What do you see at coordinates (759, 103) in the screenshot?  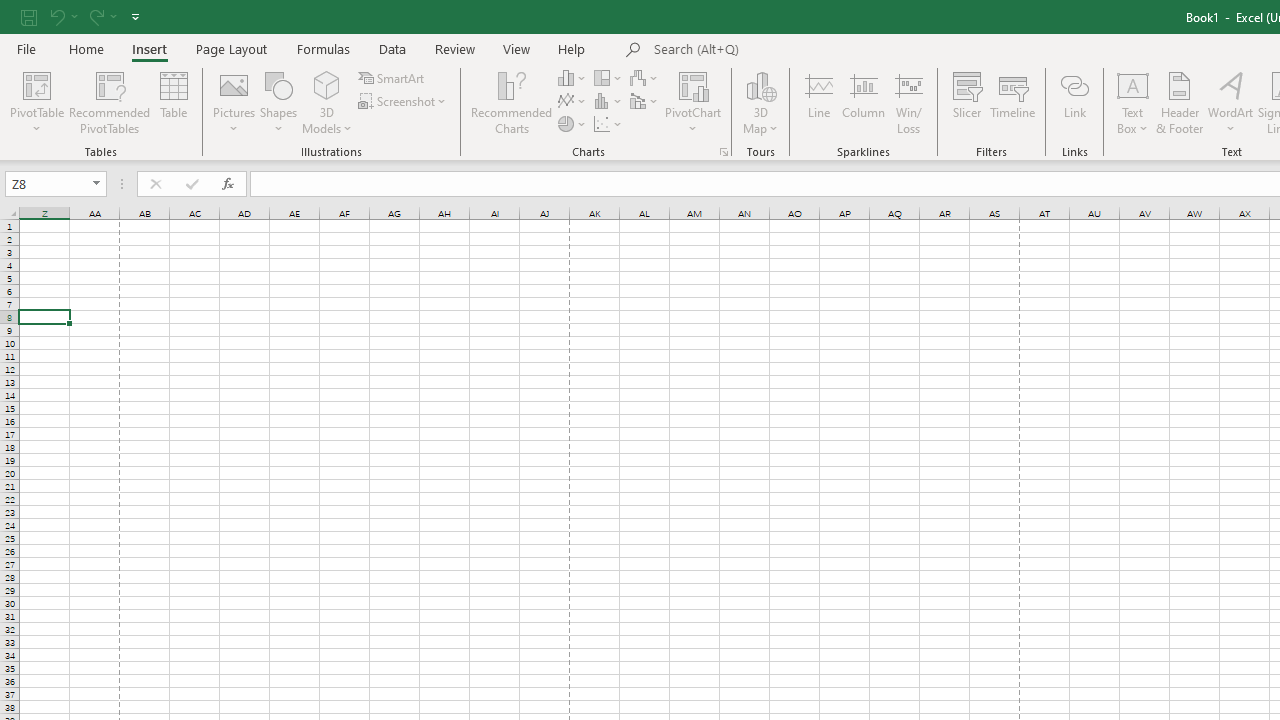 I see `'3D Map'` at bounding box center [759, 103].